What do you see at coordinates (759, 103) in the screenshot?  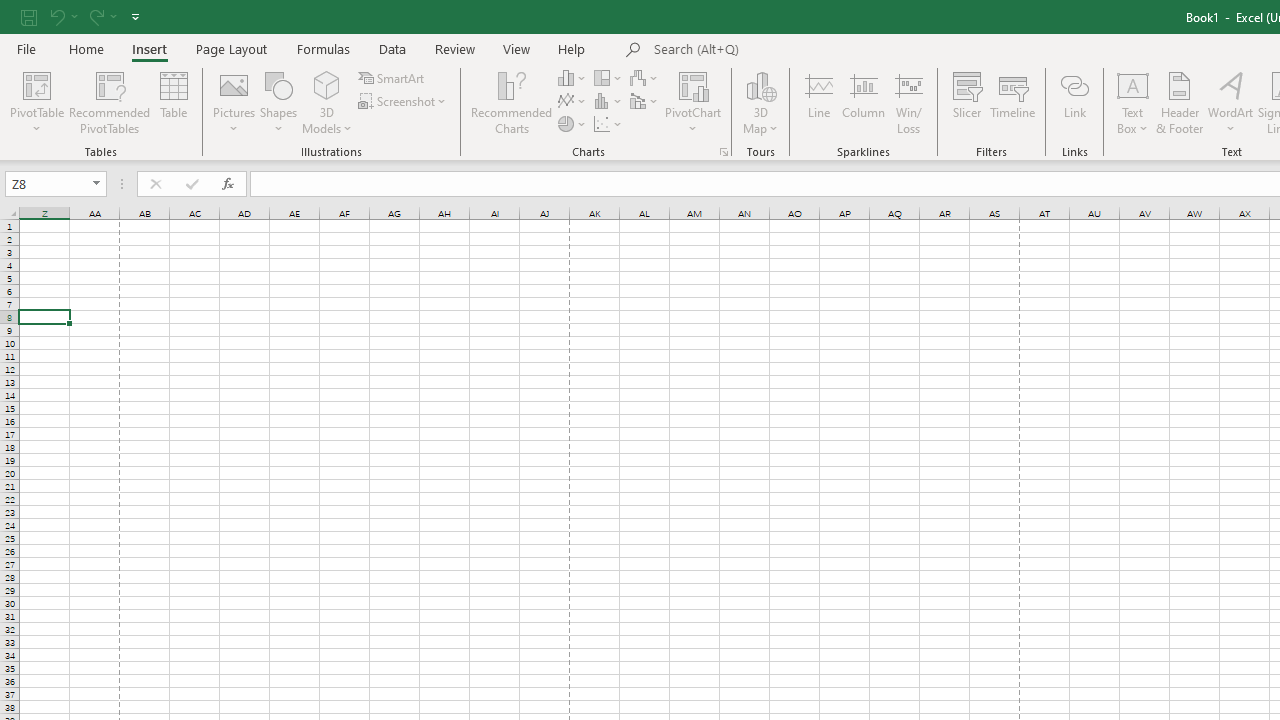 I see `'3D Map'` at bounding box center [759, 103].